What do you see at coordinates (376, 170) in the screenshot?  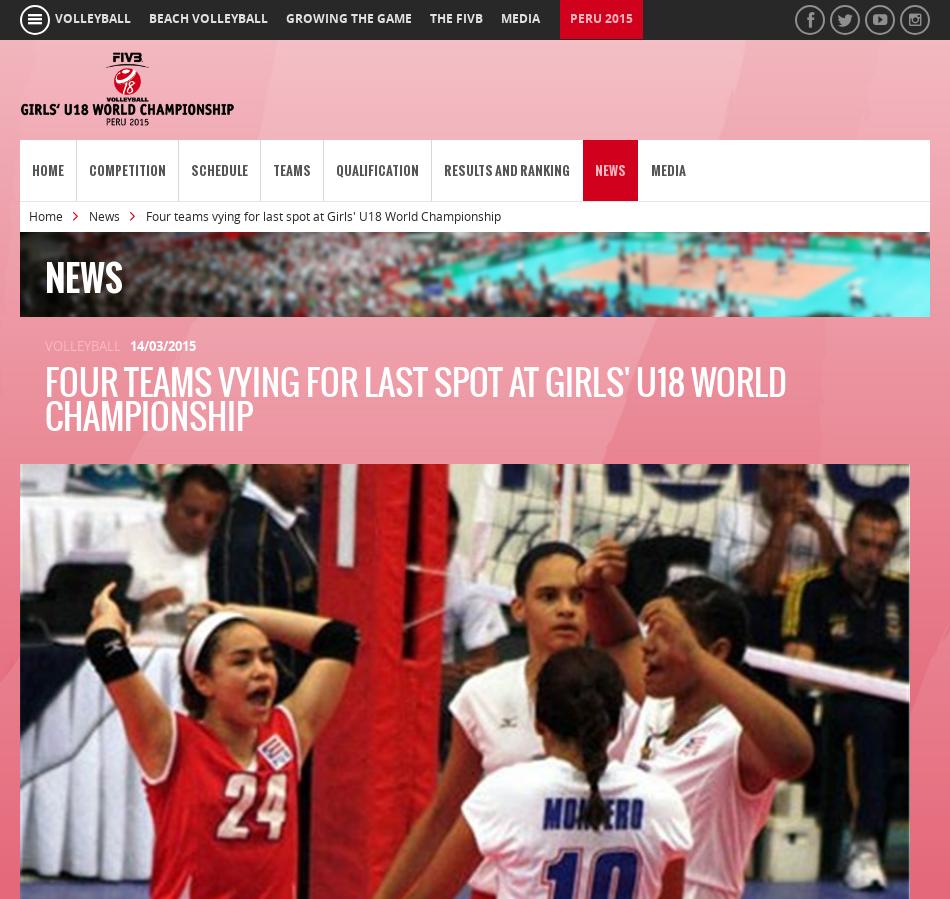 I see `'Qualification'` at bounding box center [376, 170].